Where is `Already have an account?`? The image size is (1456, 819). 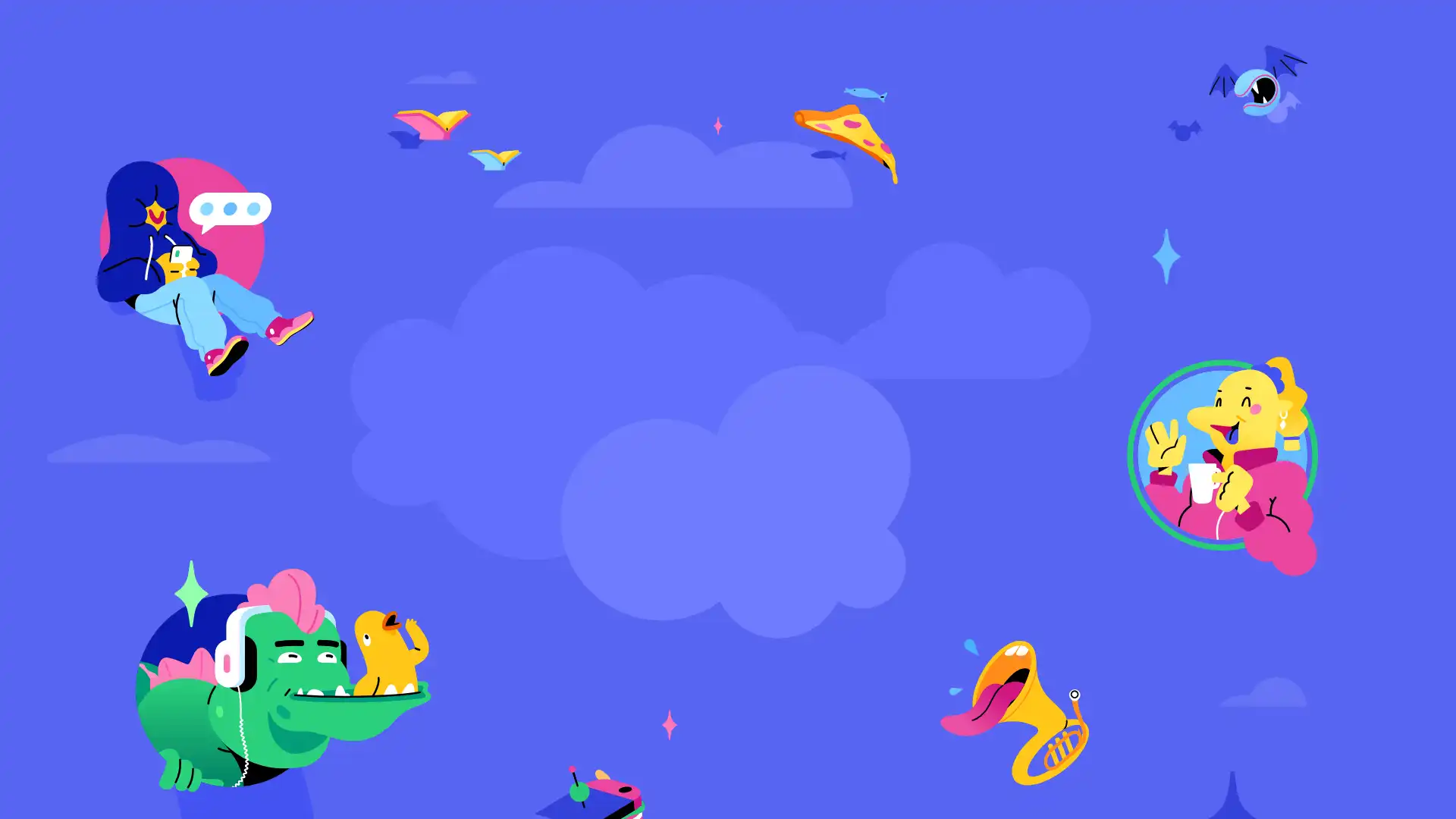
Already have an account? is located at coordinates (628, 528).